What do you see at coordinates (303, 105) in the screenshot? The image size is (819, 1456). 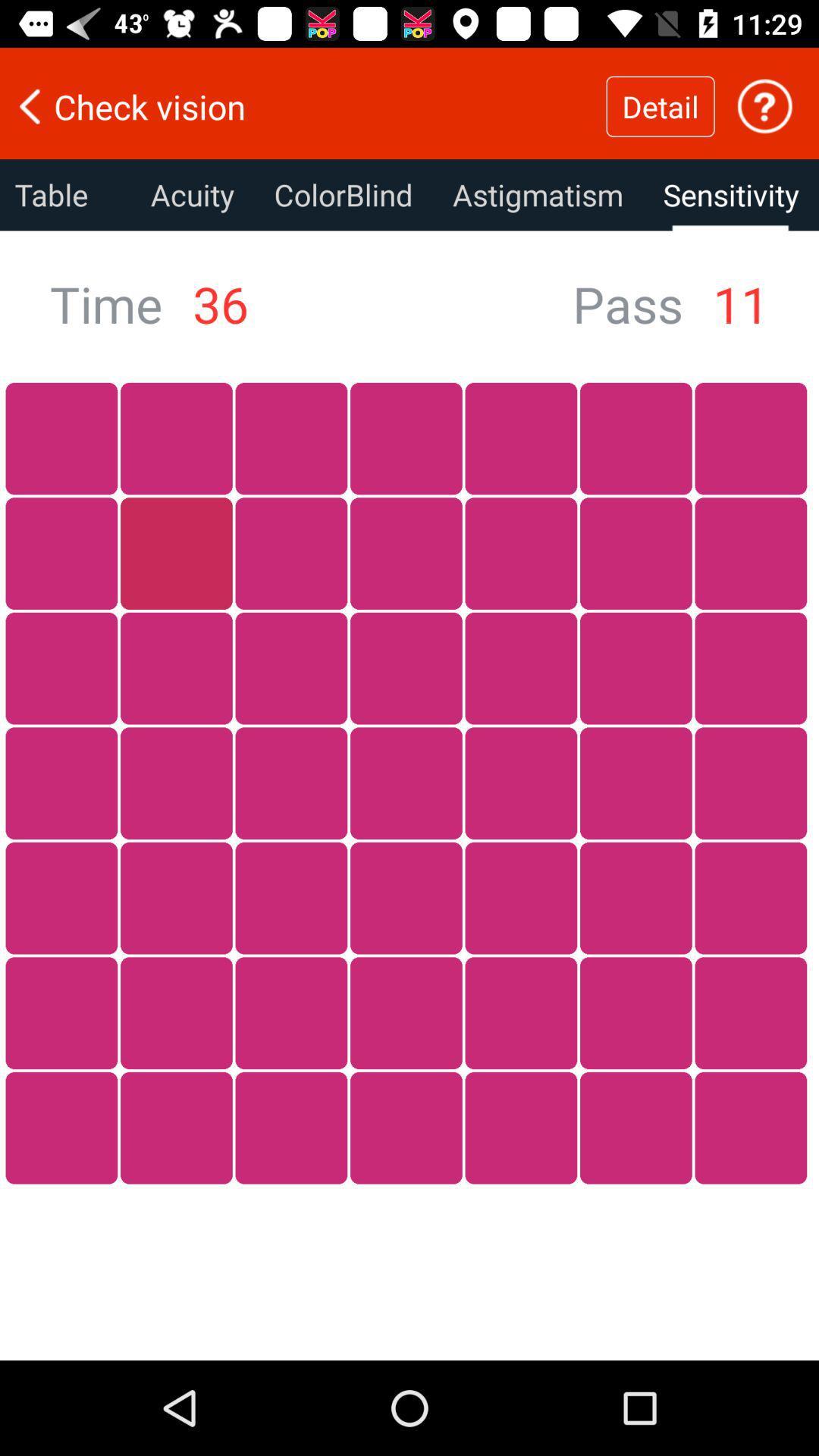 I see `check vision` at bounding box center [303, 105].